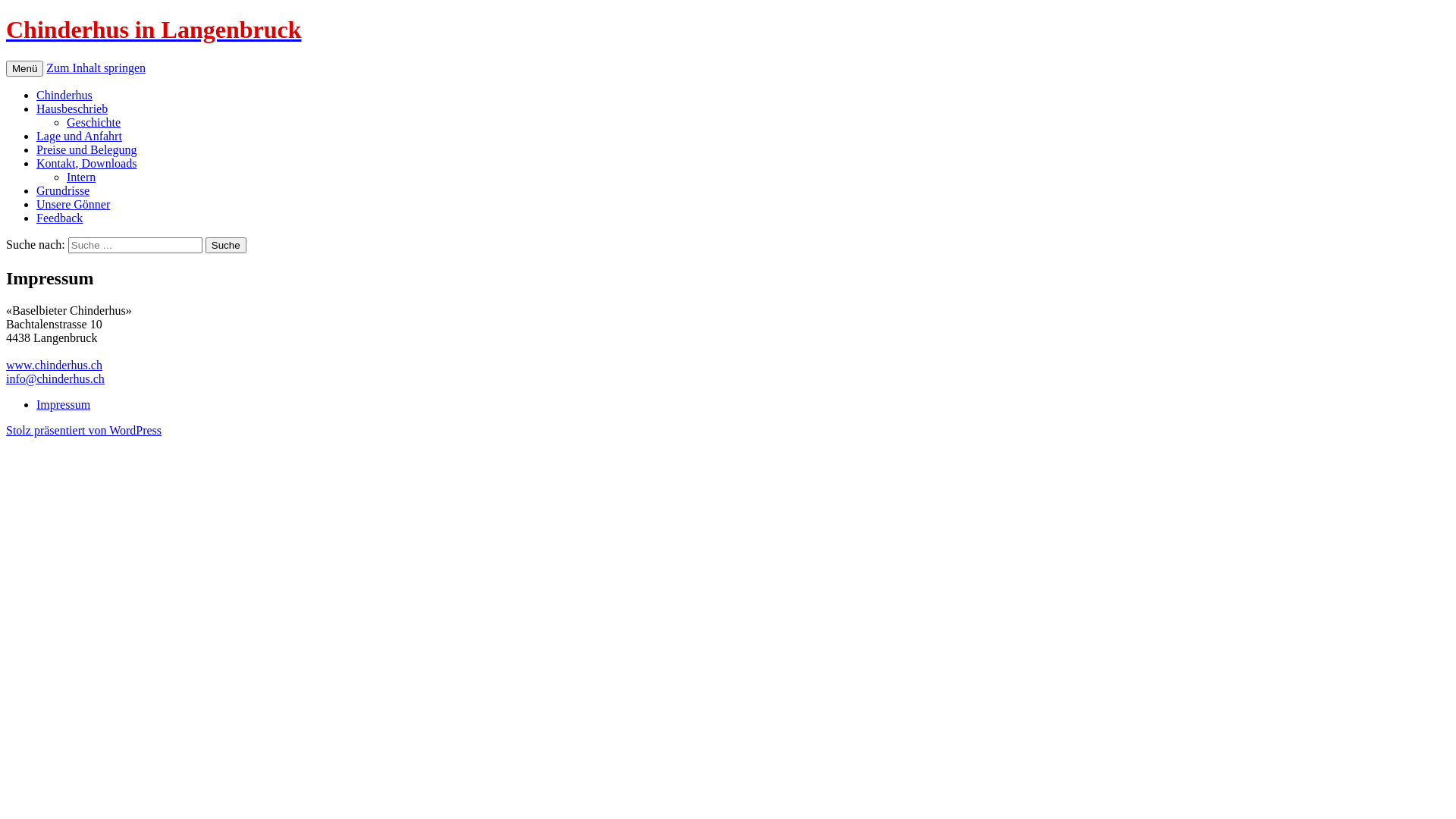 The width and height of the screenshot is (1456, 819). What do you see at coordinates (6, 30) in the screenshot?
I see `'Chinderhus in Langenbruck'` at bounding box center [6, 30].